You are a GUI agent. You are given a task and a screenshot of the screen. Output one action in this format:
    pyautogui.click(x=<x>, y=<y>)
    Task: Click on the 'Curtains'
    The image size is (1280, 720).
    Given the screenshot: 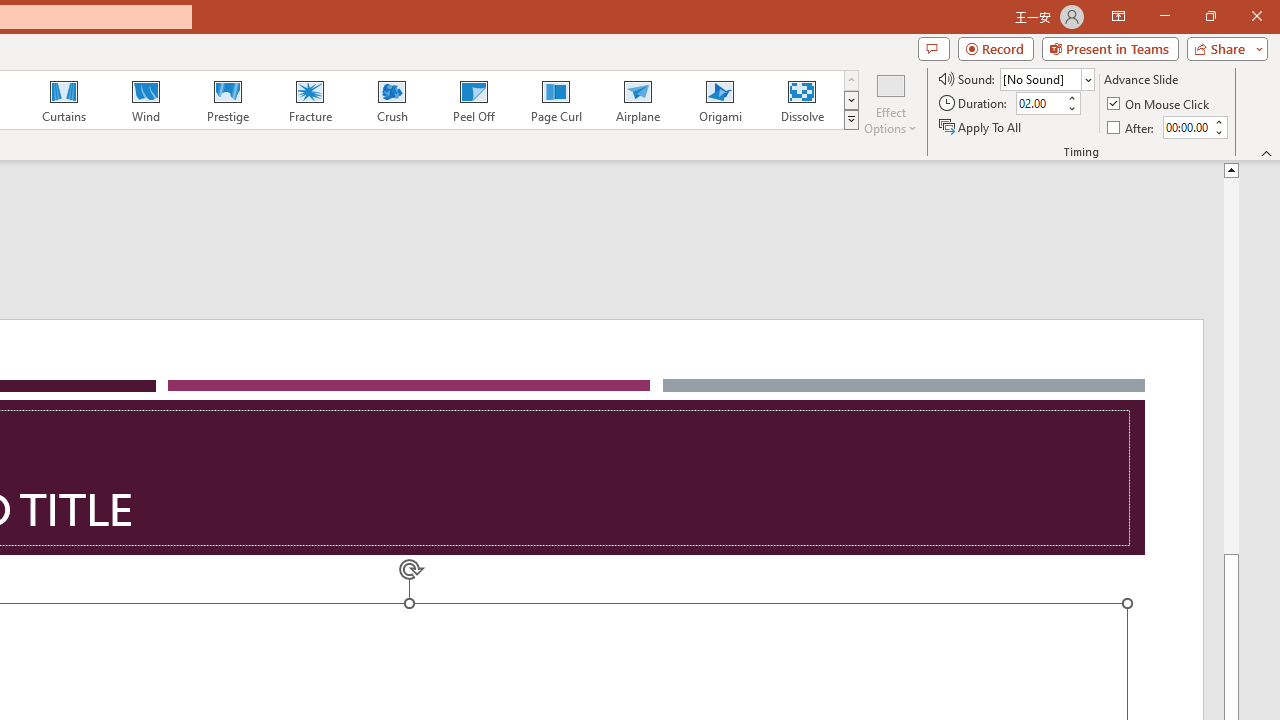 What is the action you would take?
    pyautogui.click(x=64, y=100)
    